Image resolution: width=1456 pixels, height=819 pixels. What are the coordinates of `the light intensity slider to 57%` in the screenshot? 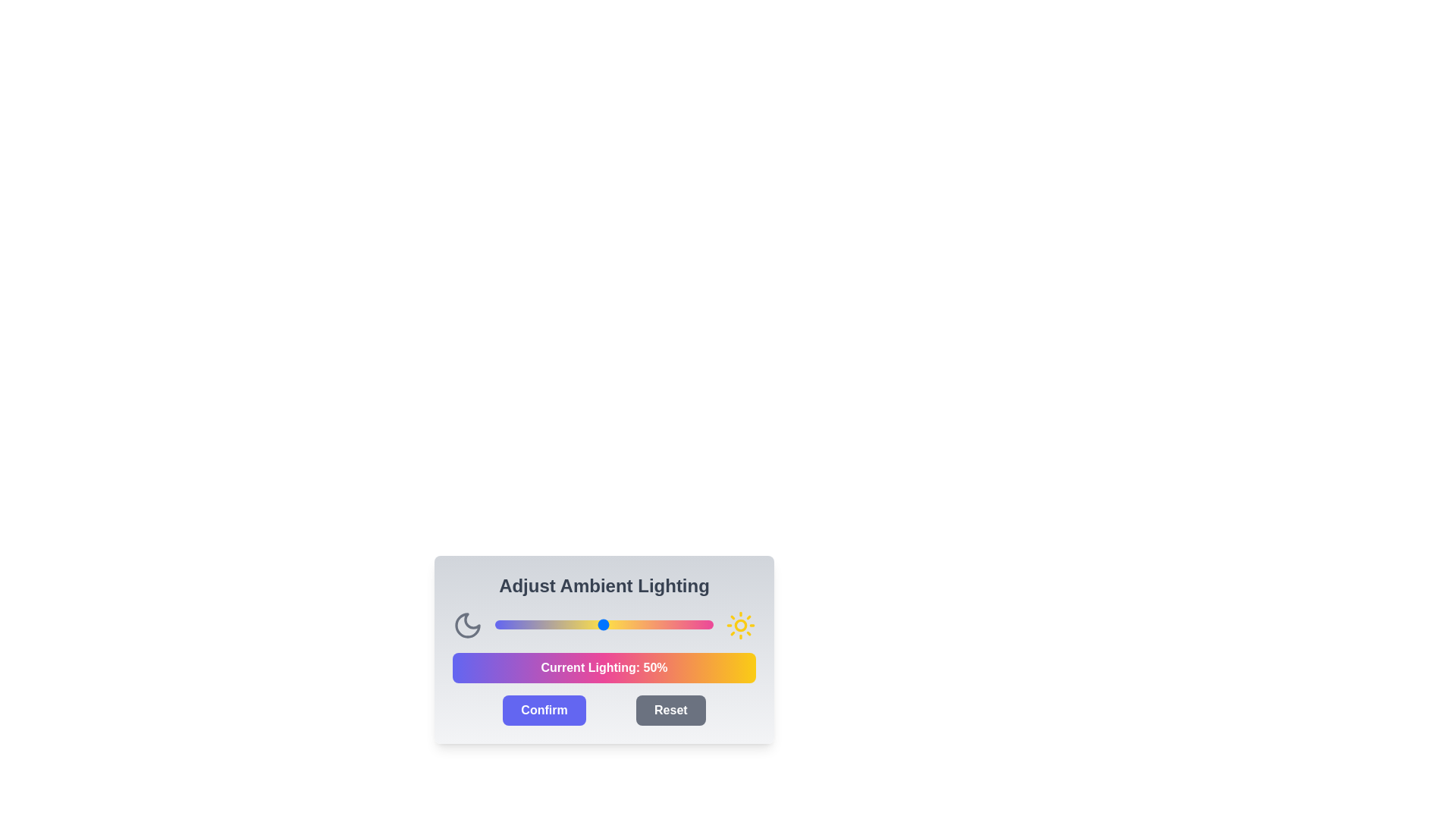 It's located at (620, 625).